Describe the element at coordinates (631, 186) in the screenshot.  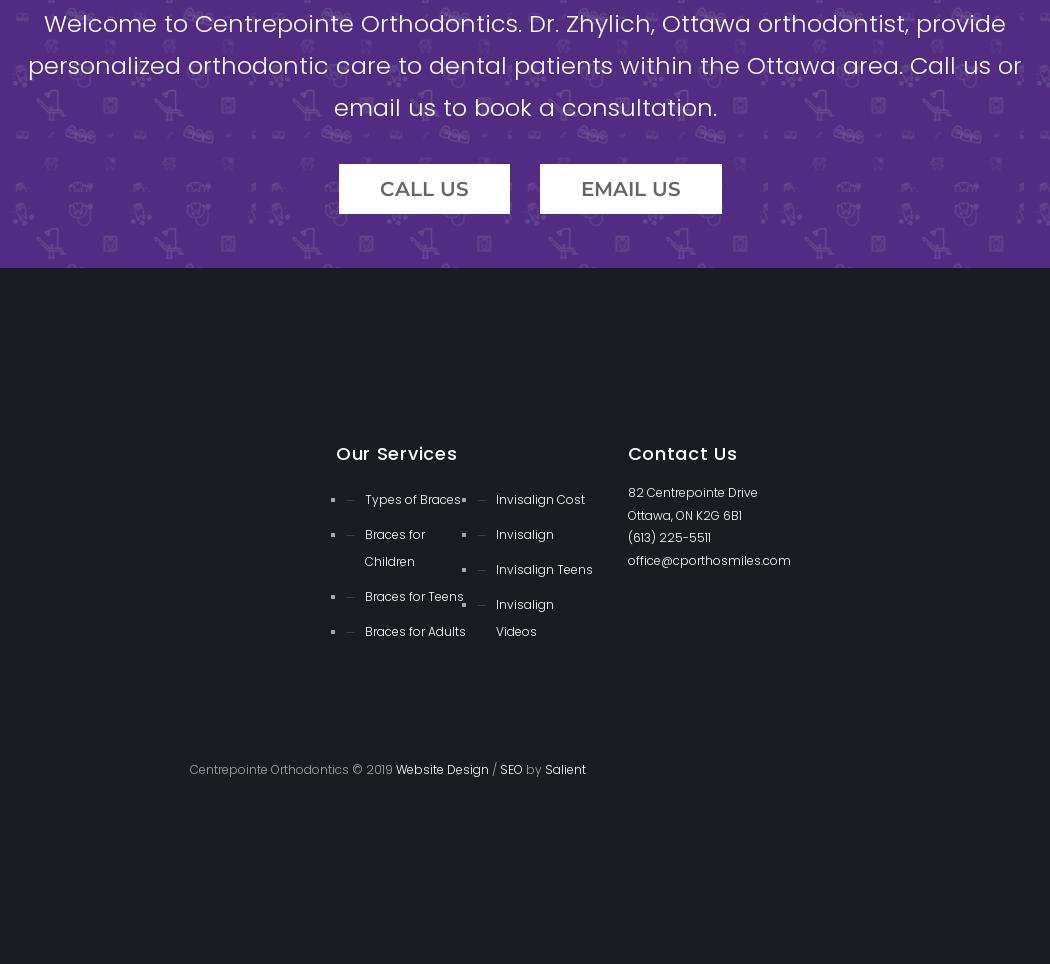
I see `'Email Us'` at that location.